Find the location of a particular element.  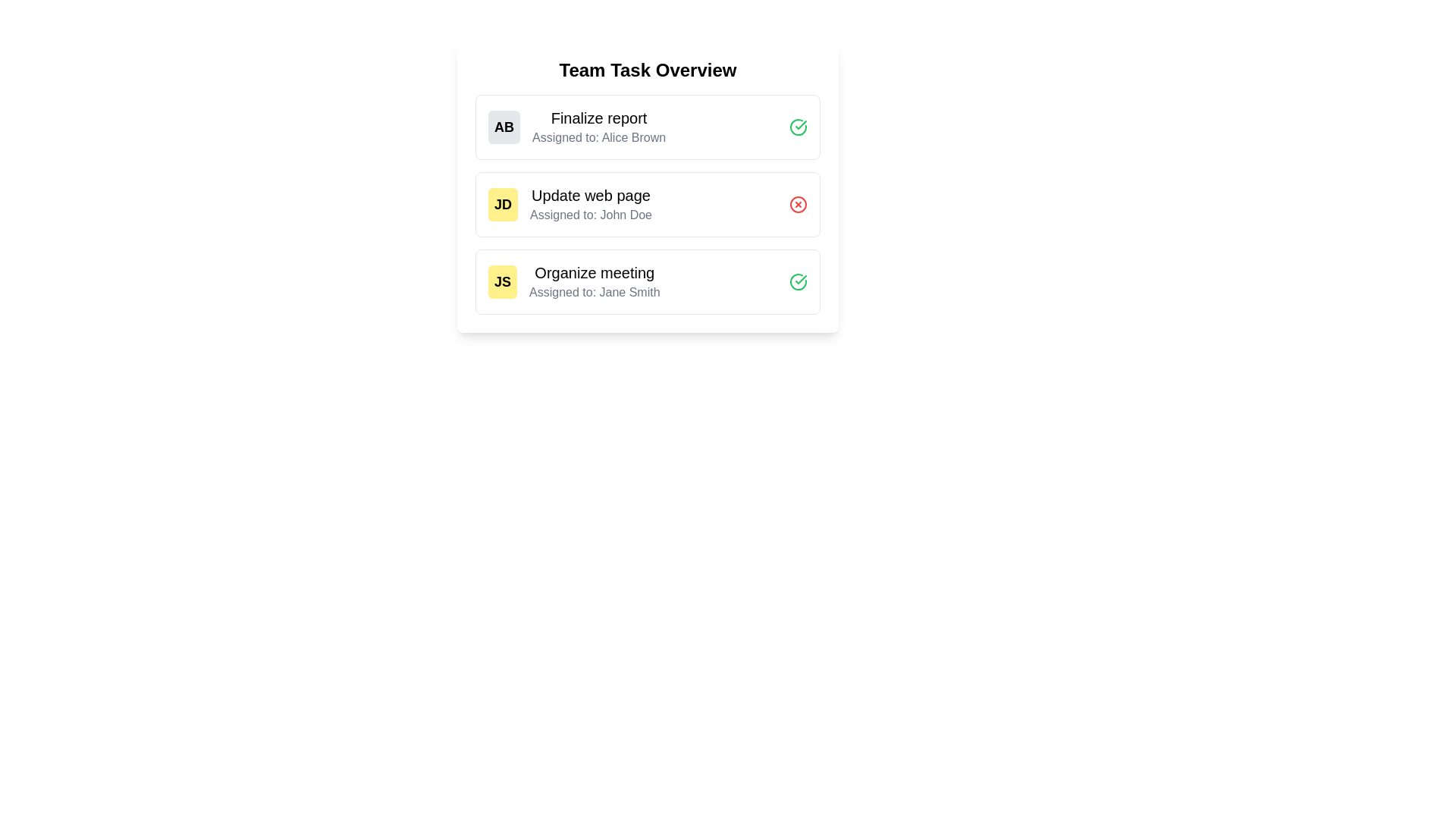

the text label that reads 'Assigned to: Jane Smith', which is positioned below the 'Organize meeting' title in the third task card of the 'Team Task Overview' section is located at coordinates (594, 292).